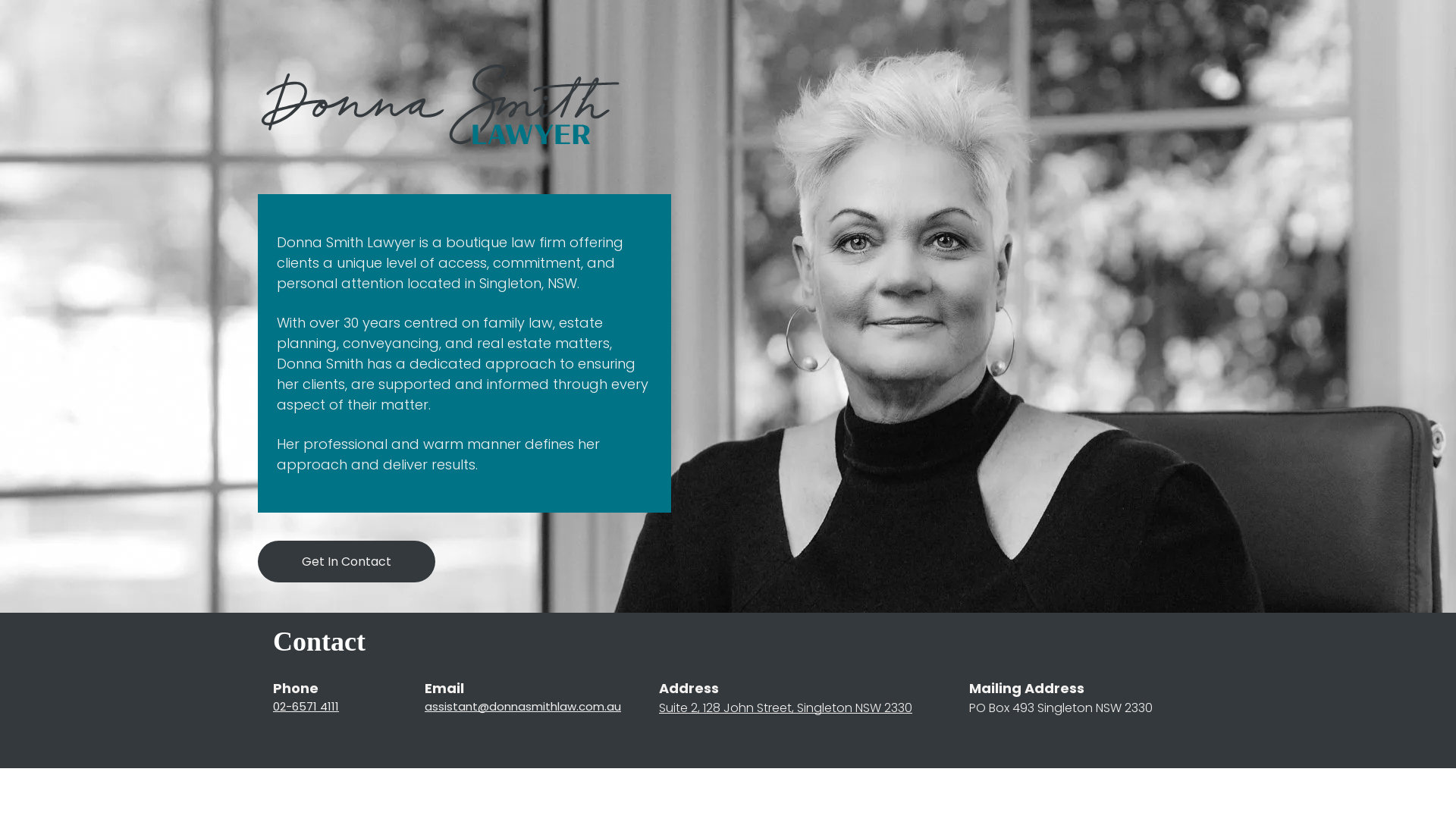 The image size is (1456, 819). What do you see at coordinates (273, 706) in the screenshot?
I see `'02-6571 4111'` at bounding box center [273, 706].